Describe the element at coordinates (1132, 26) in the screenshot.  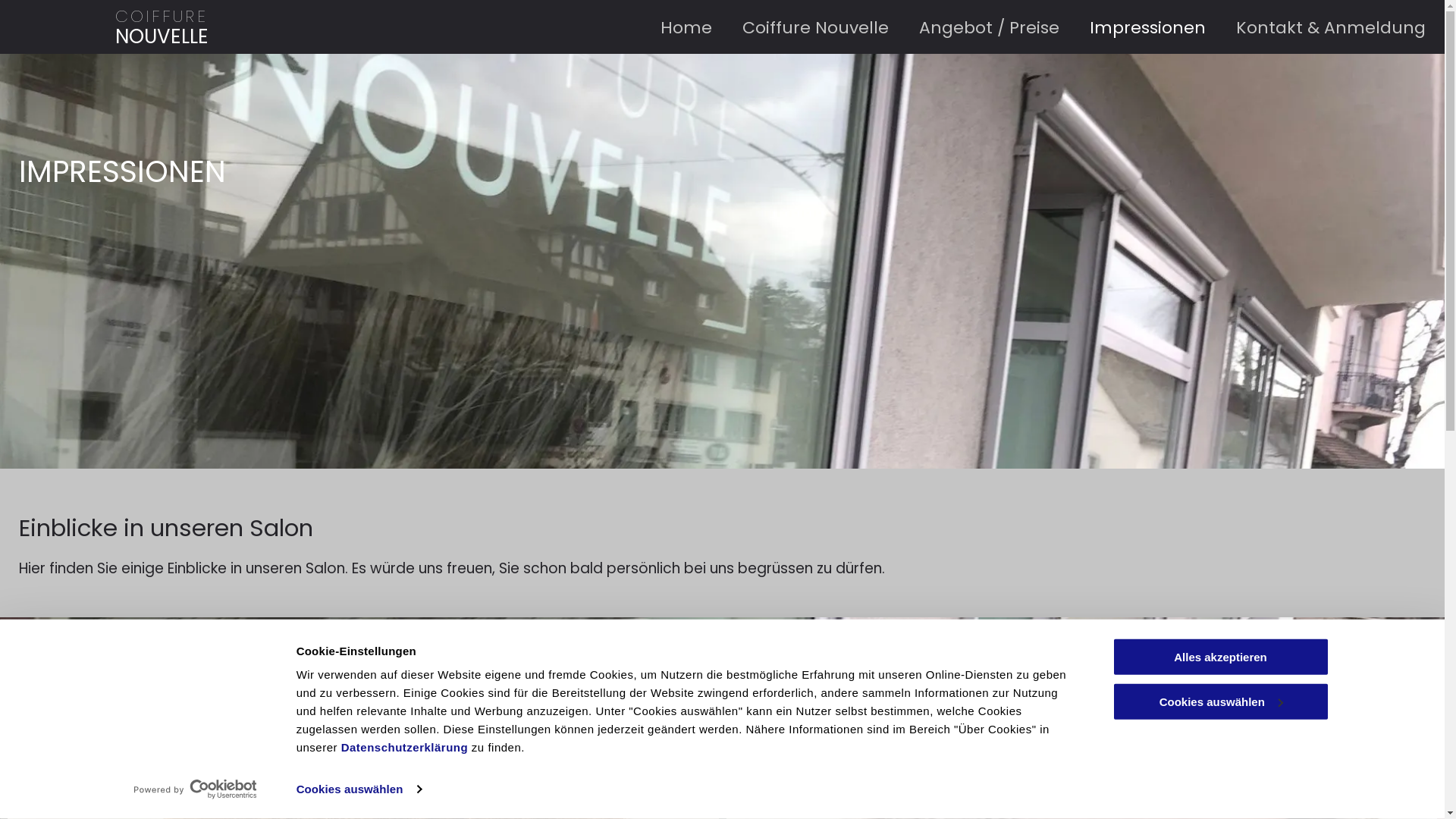
I see `'Impressionen'` at that location.